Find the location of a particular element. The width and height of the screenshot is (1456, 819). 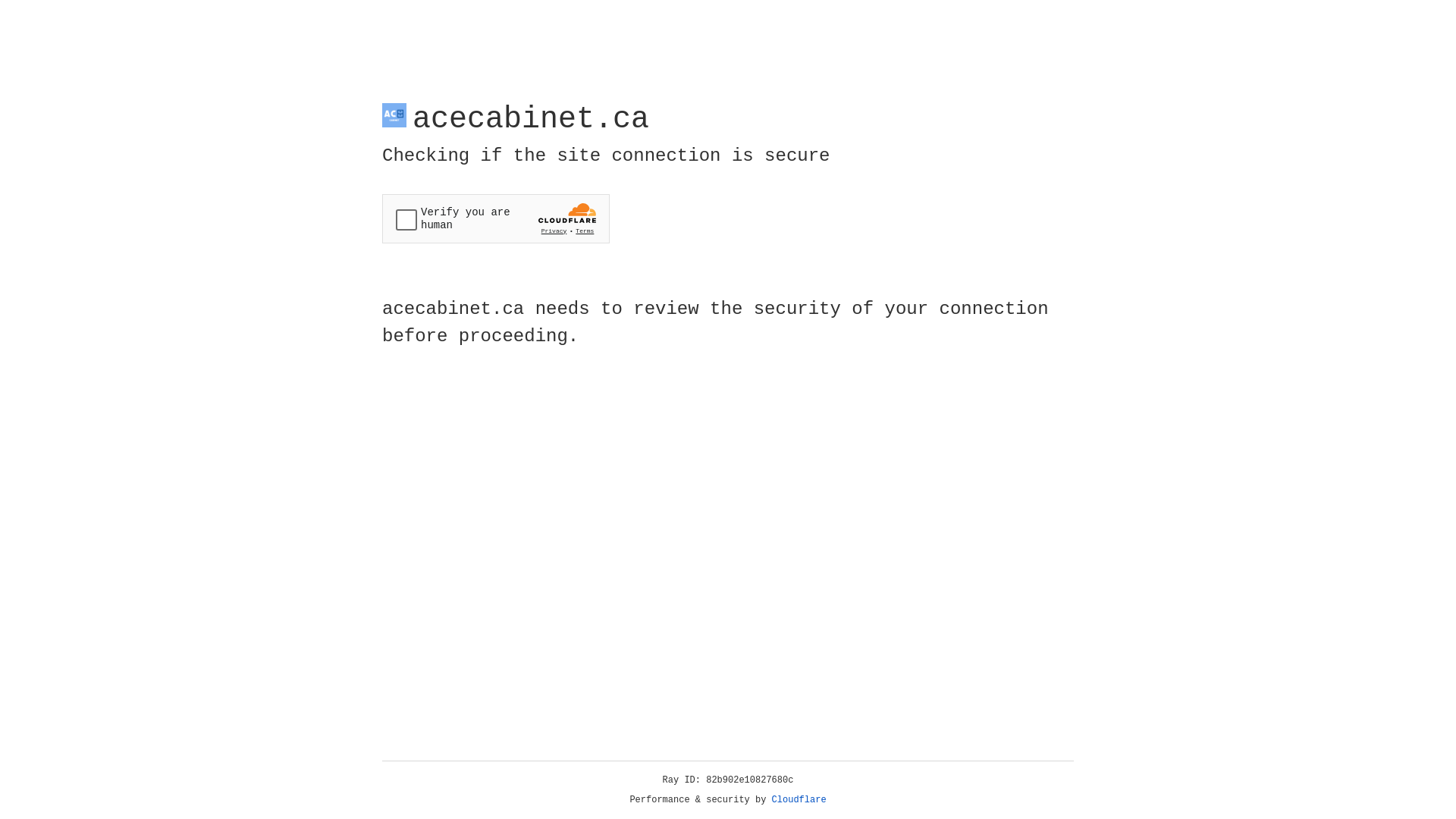

'Widget containing a Cloudflare security challenge' is located at coordinates (495, 218).